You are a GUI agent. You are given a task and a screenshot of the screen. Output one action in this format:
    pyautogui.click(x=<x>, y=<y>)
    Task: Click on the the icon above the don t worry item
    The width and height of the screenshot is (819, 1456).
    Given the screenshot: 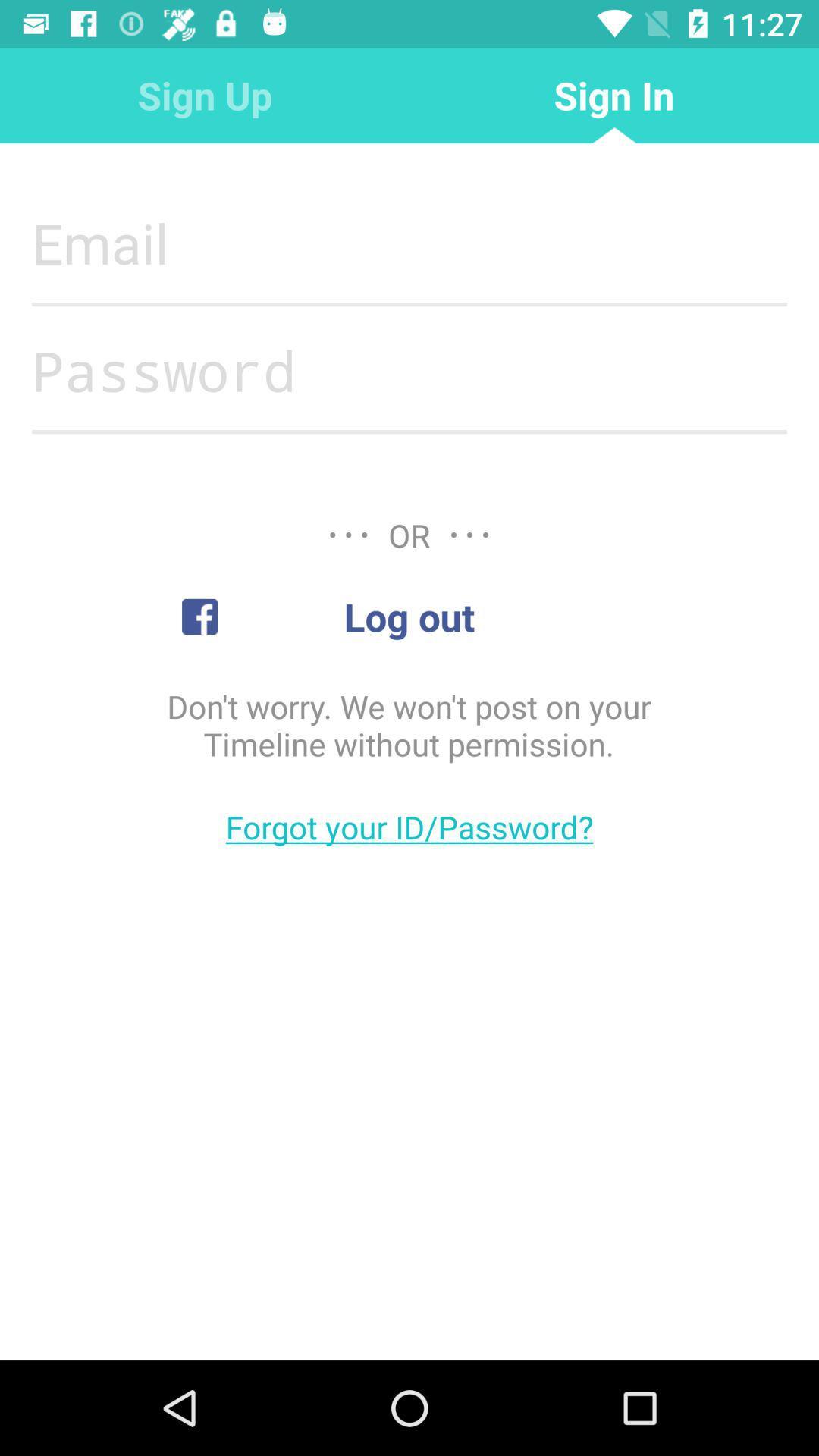 What is the action you would take?
    pyautogui.click(x=409, y=617)
    